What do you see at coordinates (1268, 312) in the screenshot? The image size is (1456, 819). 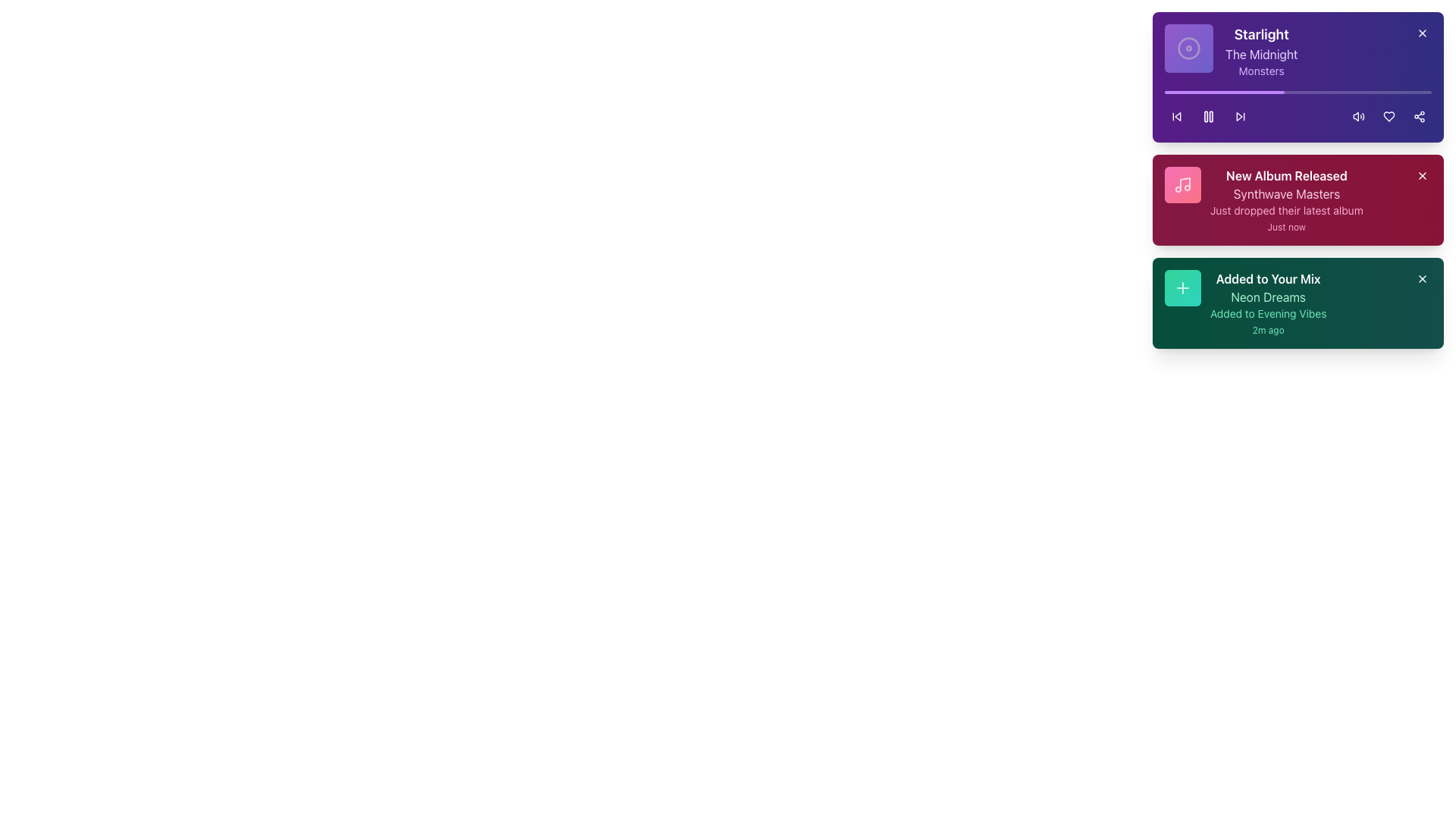 I see `the Text label that provides feedback about adding music to the 'Evening Vibes' playlist, located below 'Neon Dreams' and above '2m ago' within a notification card` at bounding box center [1268, 312].